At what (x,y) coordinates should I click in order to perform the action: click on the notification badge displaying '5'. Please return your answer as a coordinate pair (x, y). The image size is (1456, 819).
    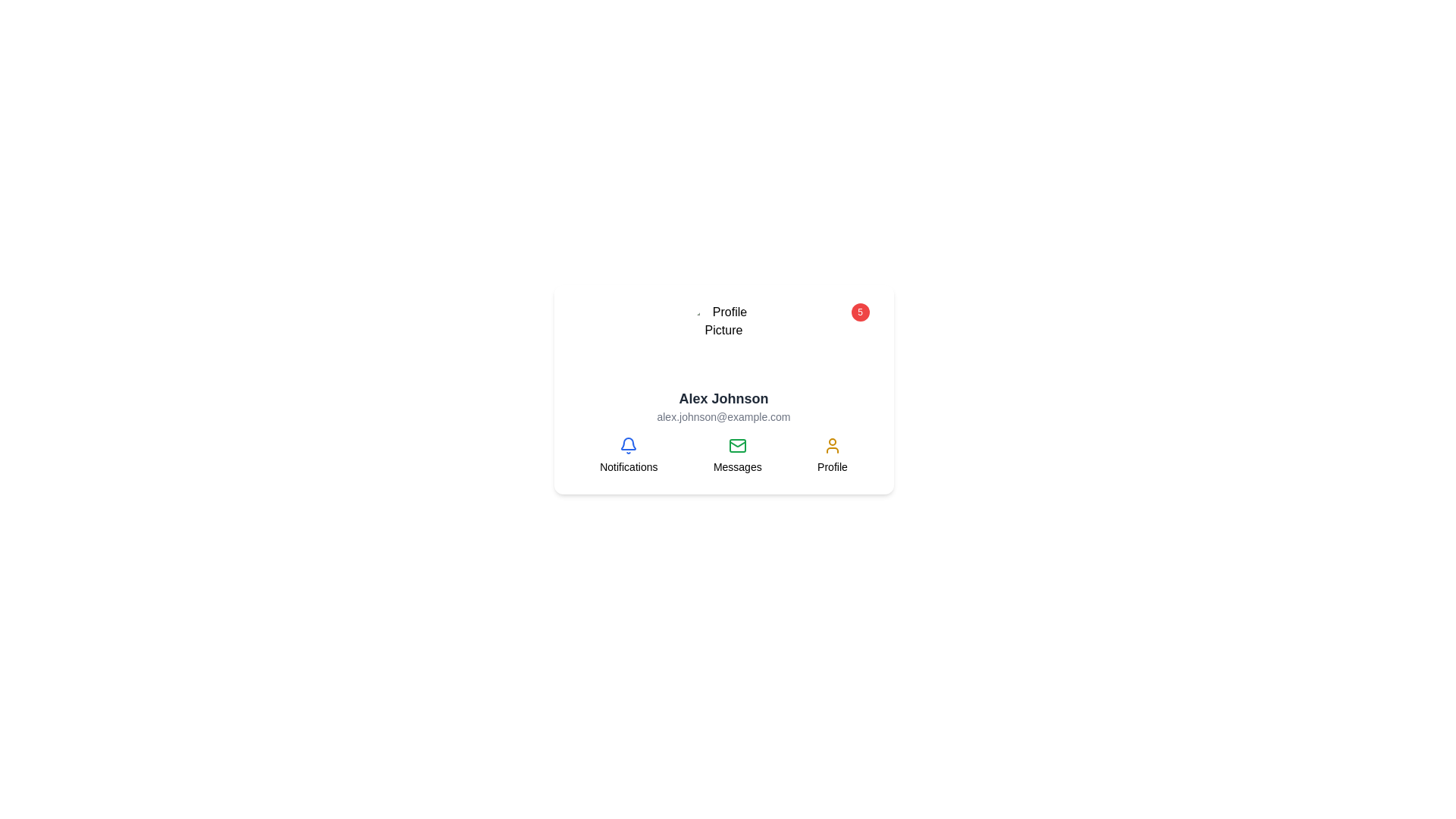
    Looking at the image, I should click on (723, 338).